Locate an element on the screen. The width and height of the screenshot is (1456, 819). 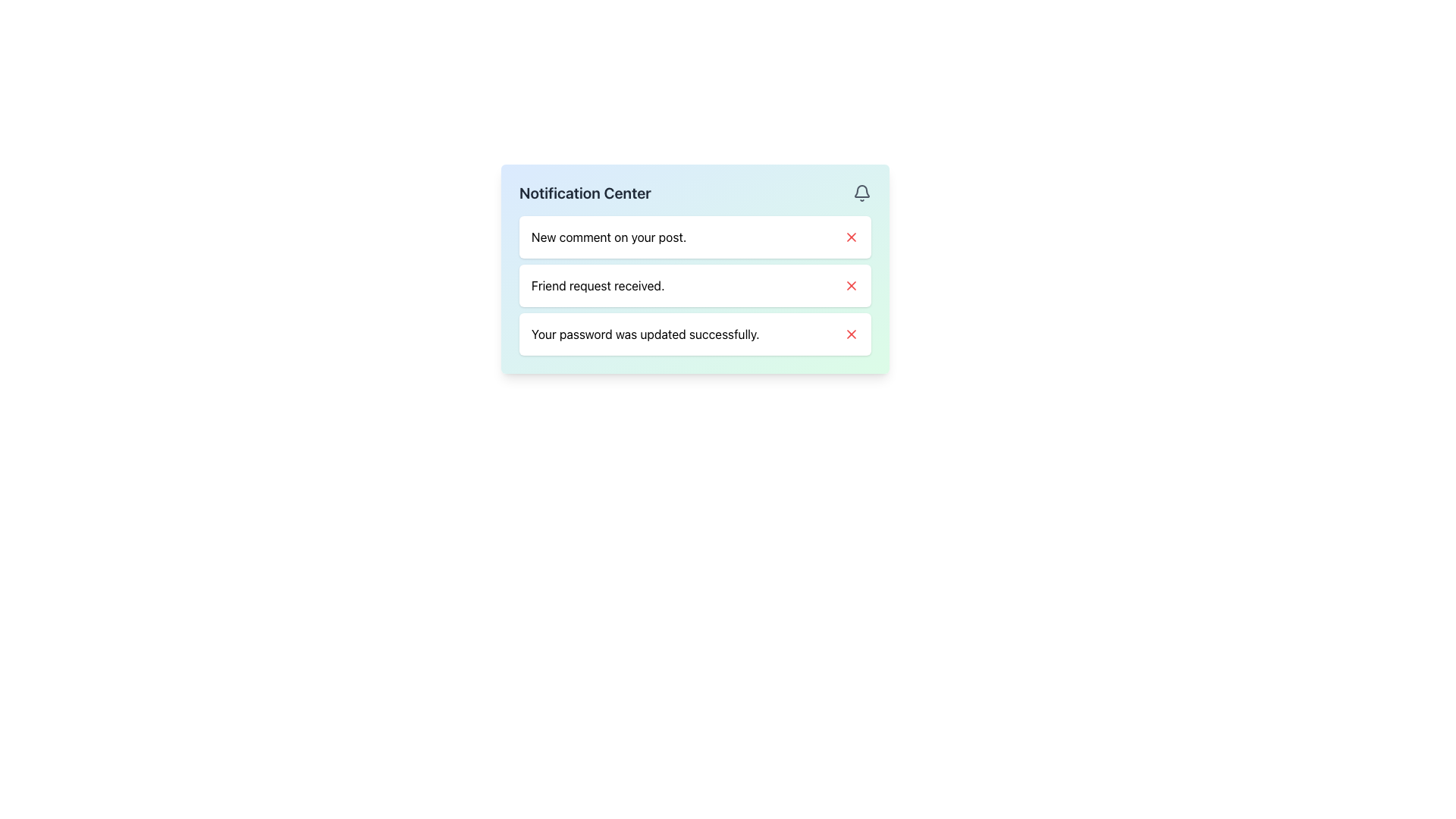
the small red 'X' close button located on the far right of the notification about 'New comment on your post.' is located at coordinates (852, 237).